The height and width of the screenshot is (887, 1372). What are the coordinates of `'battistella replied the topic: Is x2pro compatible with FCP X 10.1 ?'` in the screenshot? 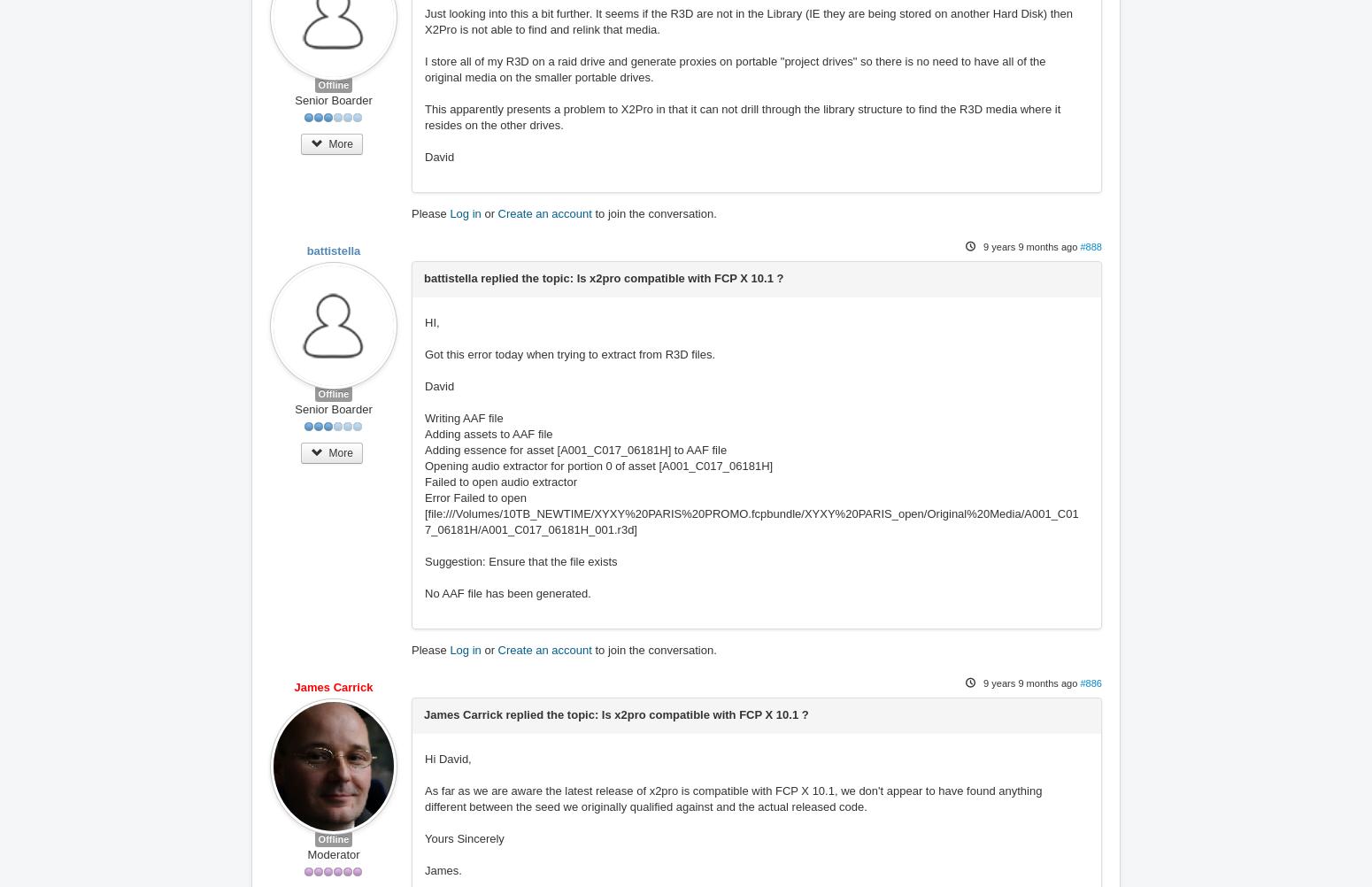 It's located at (603, 277).